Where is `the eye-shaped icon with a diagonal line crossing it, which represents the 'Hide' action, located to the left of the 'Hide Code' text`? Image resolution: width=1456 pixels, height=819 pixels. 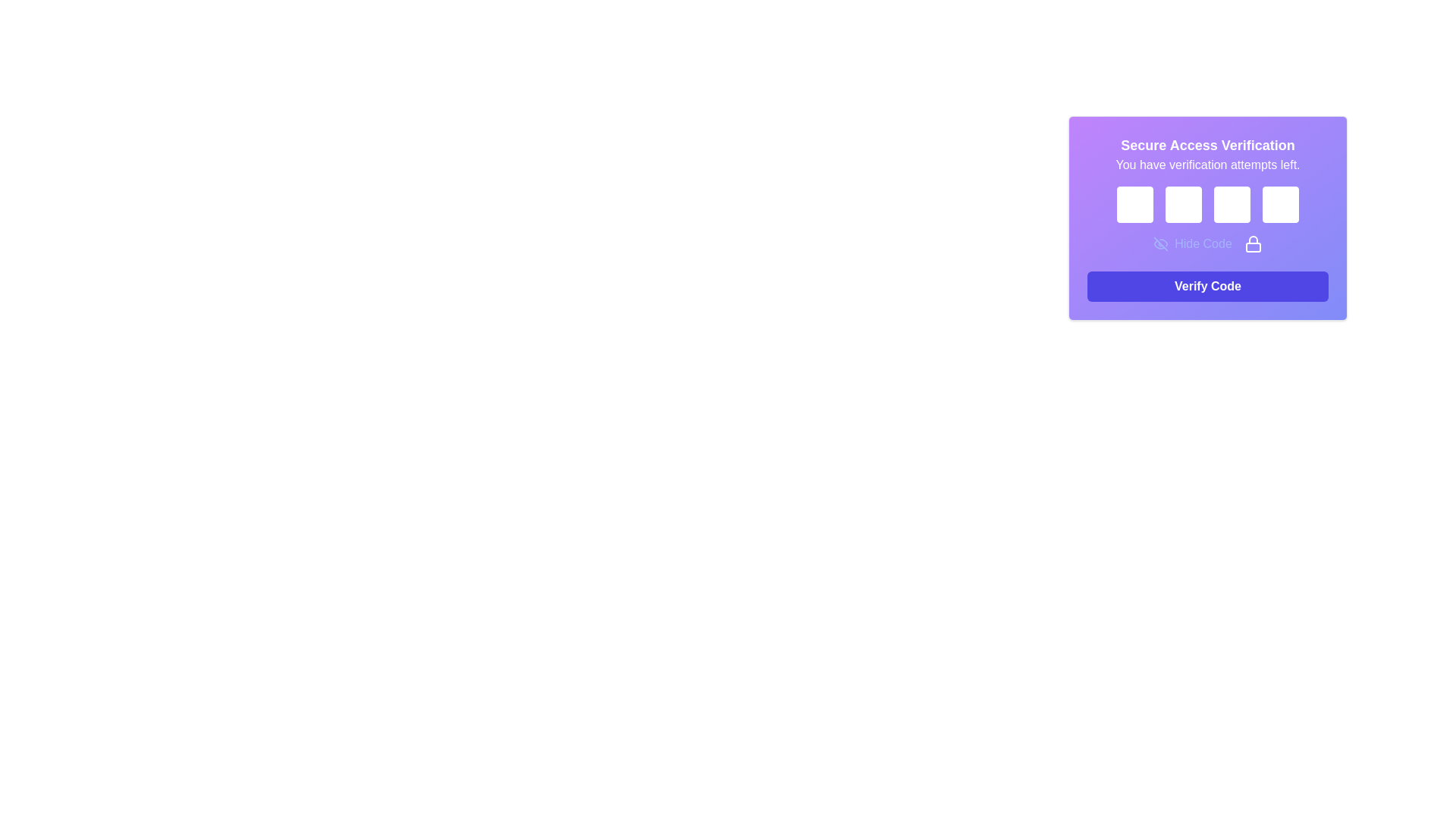 the eye-shaped icon with a diagonal line crossing it, which represents the 'Hide' action, located to the left of the 'Hide Code' text is located at coordinates (1160, 243).